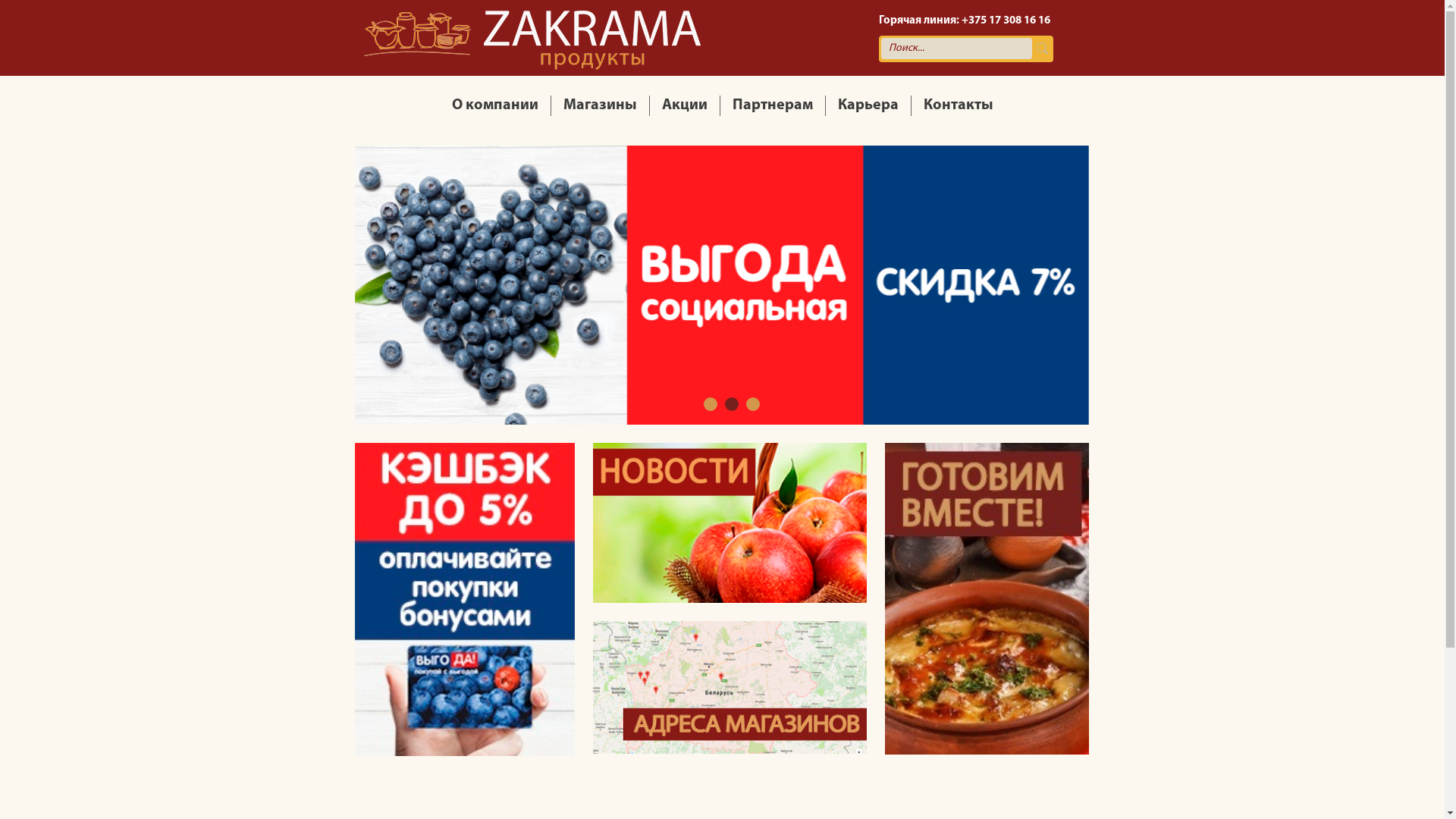 The height and width of the screenshot is (819, 1456). What do you see at coordinates (745, 403) in the screenshot?
I see `'3'` at bounding box center [745, 403].